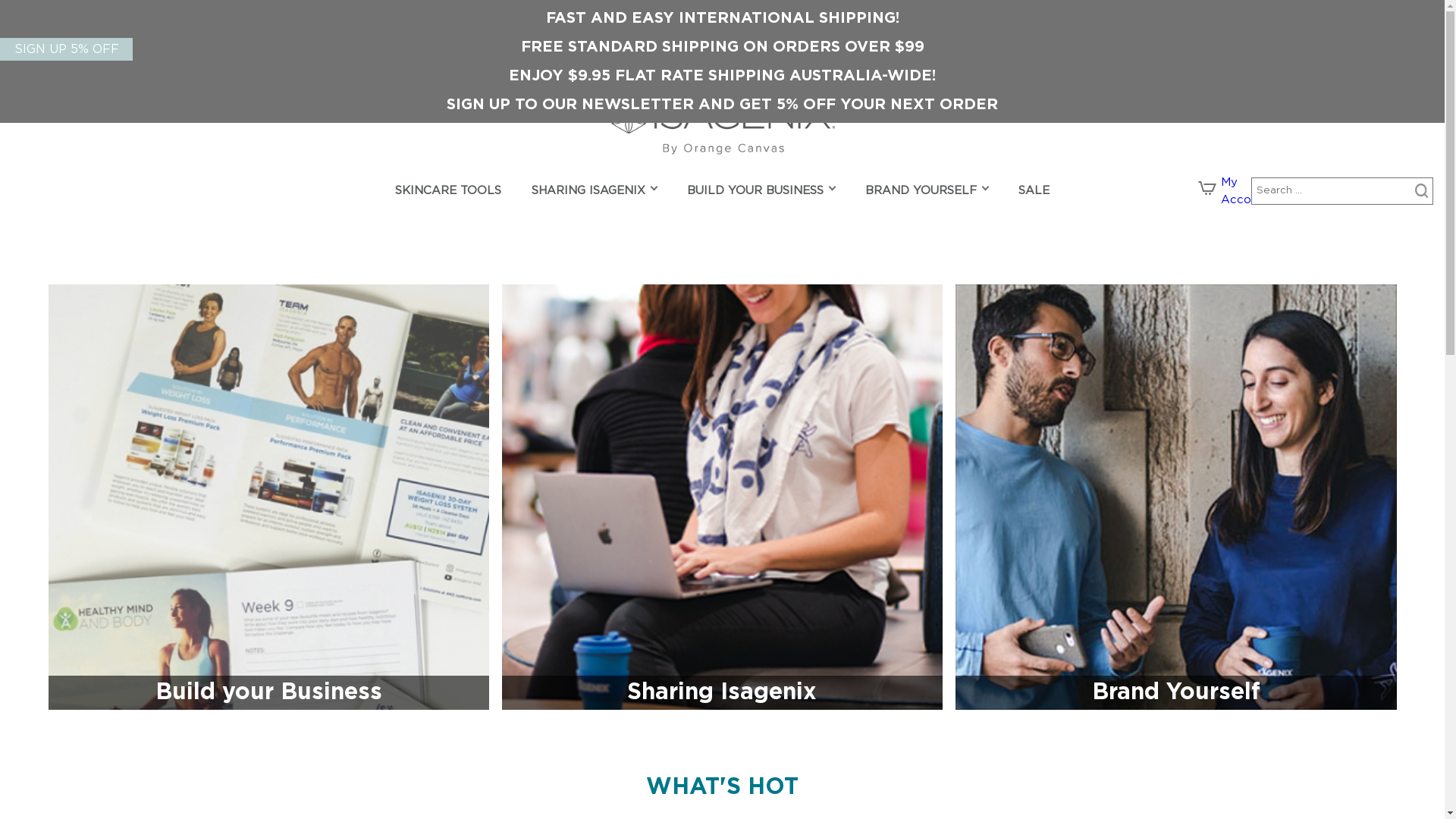 The width and height of the screenshot is (1456, 819). I want to click on 'Sharing Isagenix', so click(721, 497).